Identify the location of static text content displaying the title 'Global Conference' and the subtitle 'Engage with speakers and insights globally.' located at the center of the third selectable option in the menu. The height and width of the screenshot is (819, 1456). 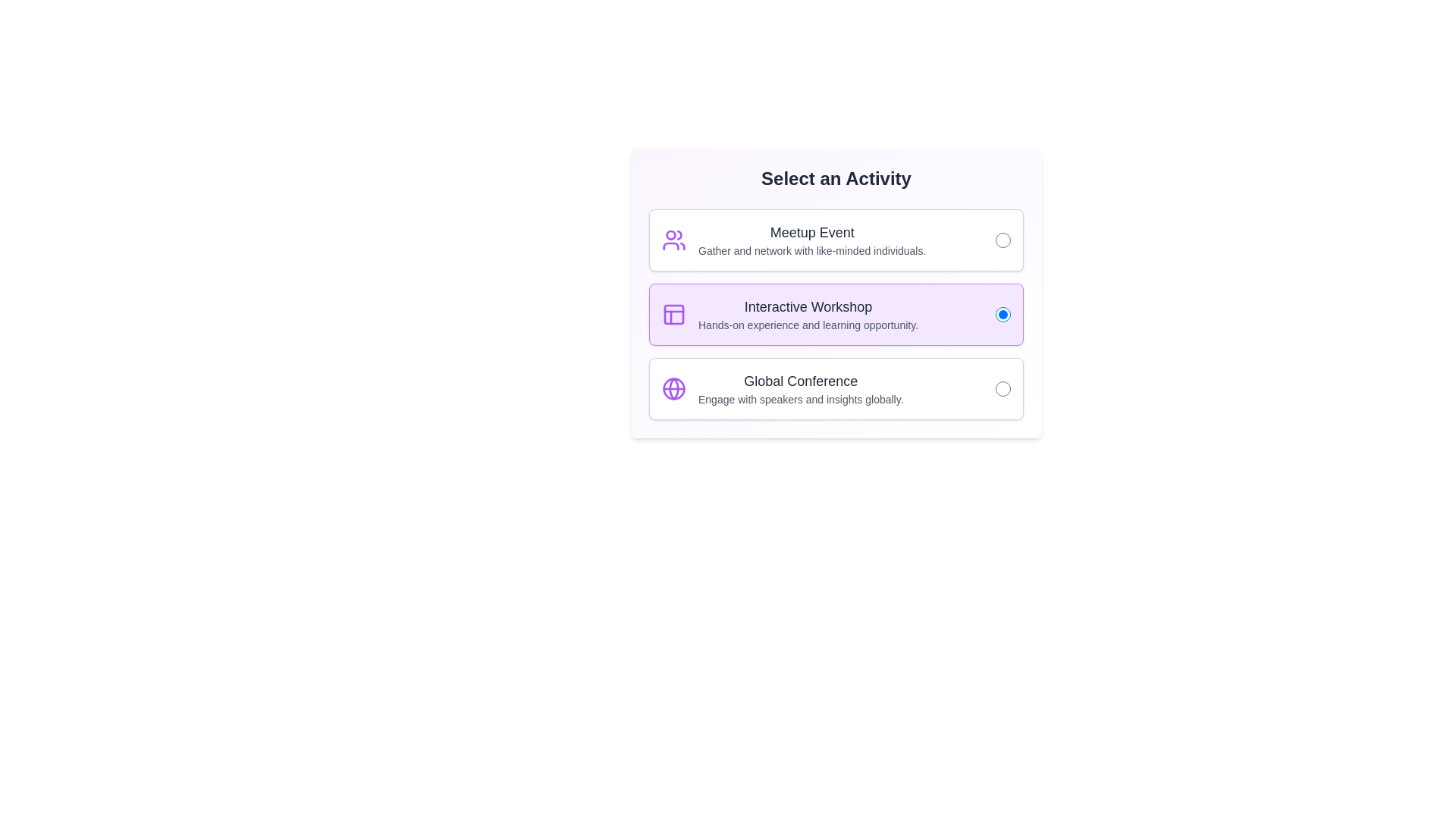
(800, 388).